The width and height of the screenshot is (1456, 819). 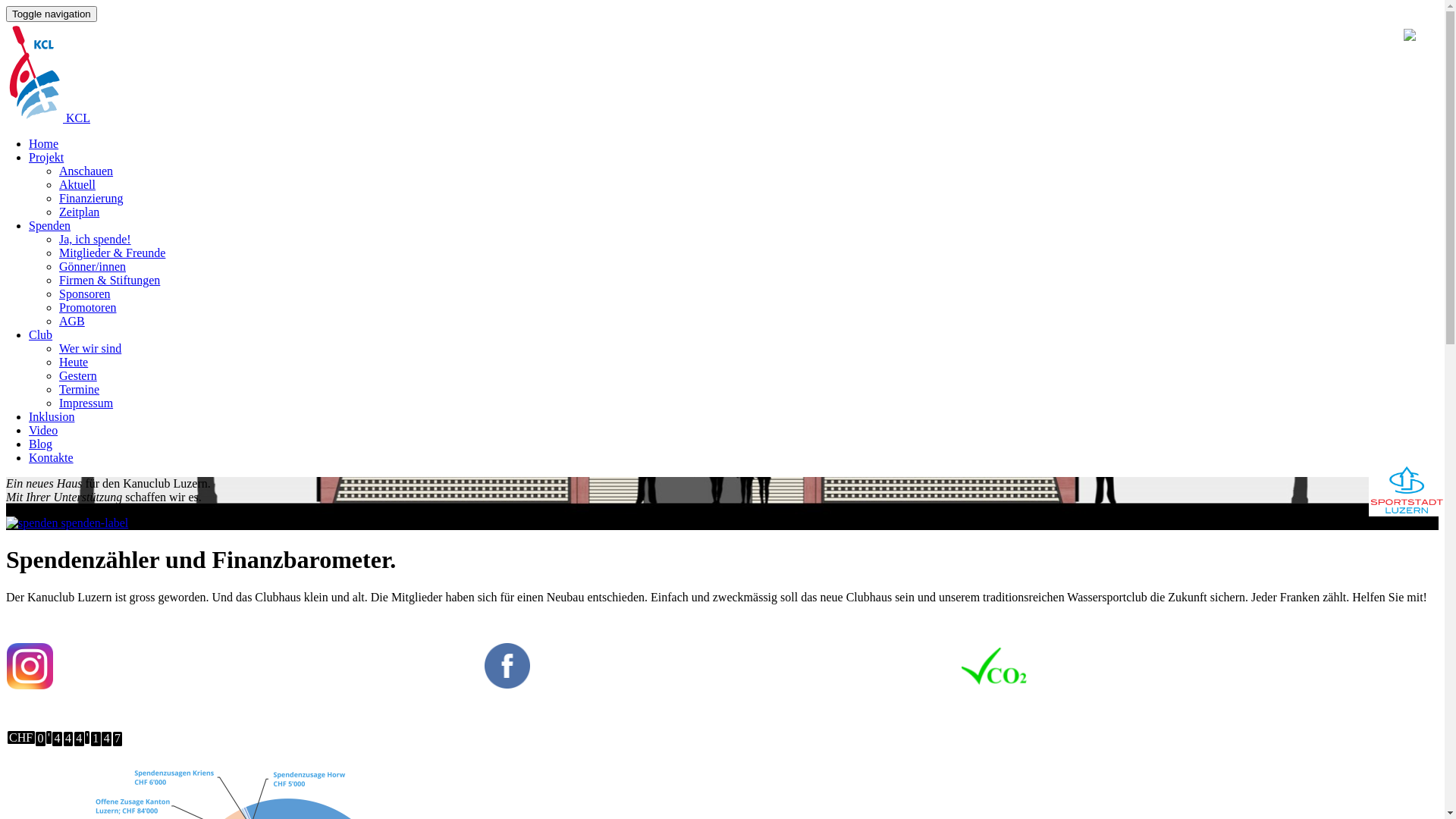 I want to click on 'AGB', so click(x=58, y=320).